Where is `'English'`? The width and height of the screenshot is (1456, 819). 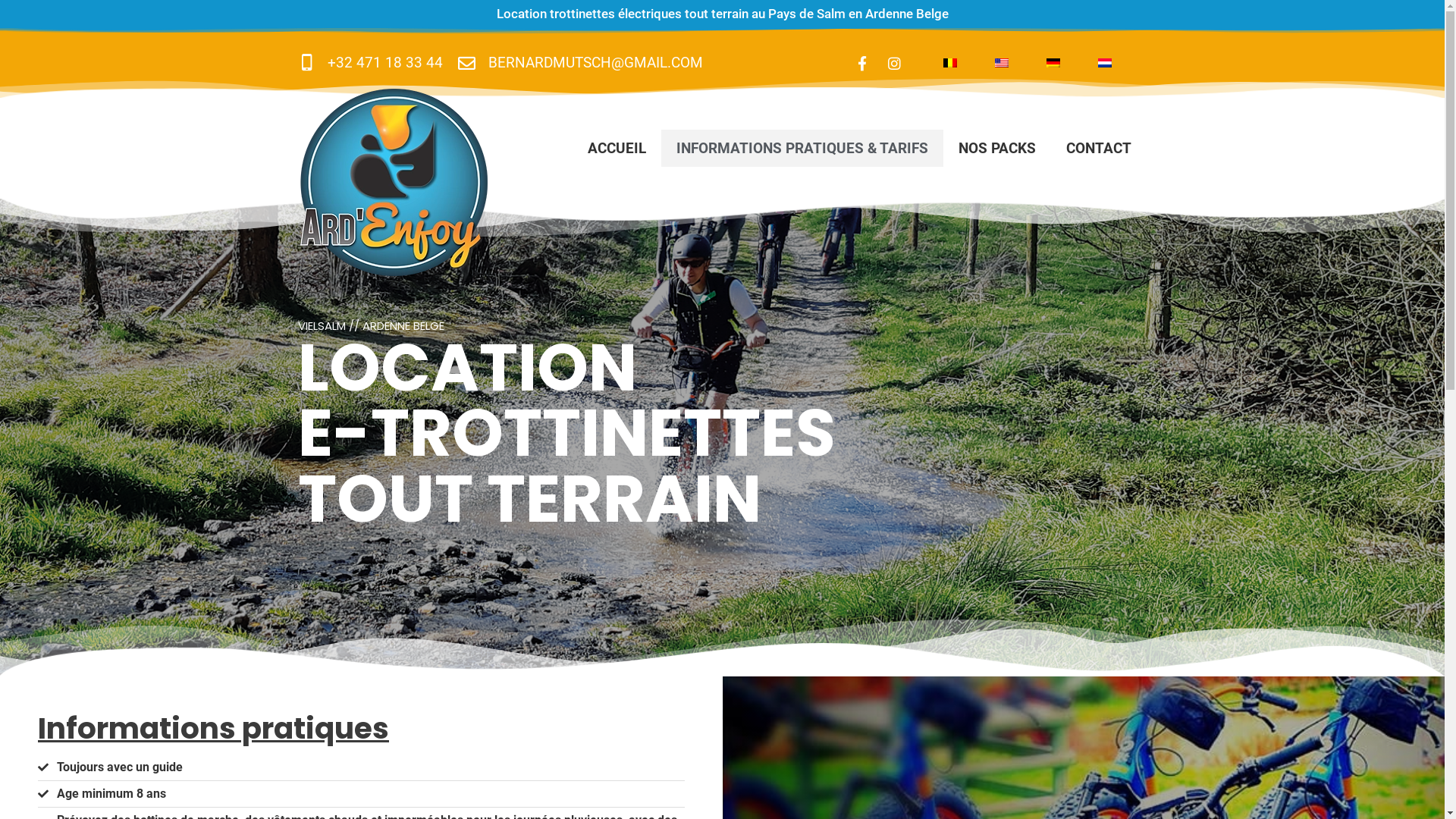 'English' is located at coordinates (1001, 62).